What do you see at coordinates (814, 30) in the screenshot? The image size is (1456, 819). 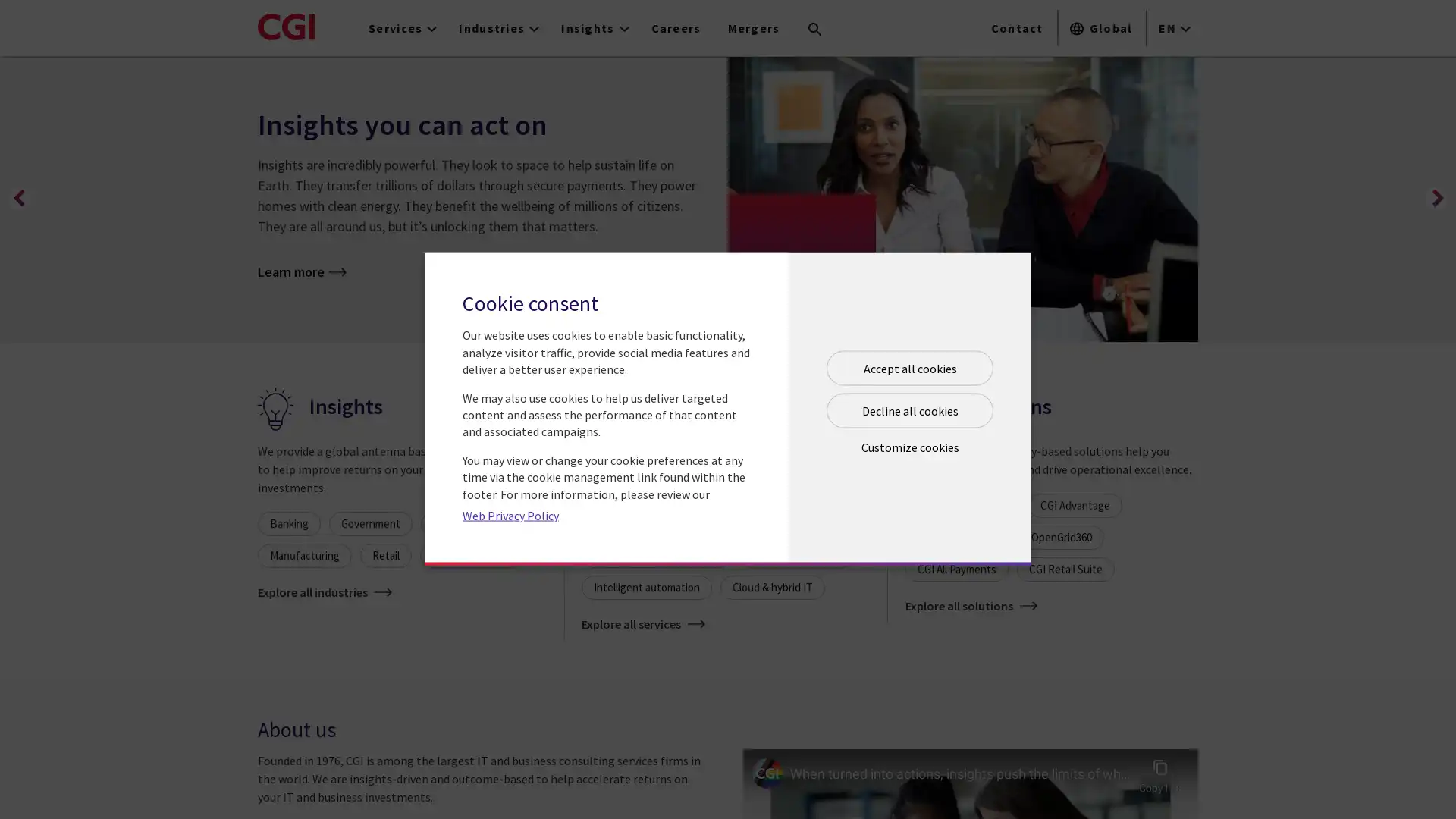 I see `Search terms` at bounding box center [814, 30].